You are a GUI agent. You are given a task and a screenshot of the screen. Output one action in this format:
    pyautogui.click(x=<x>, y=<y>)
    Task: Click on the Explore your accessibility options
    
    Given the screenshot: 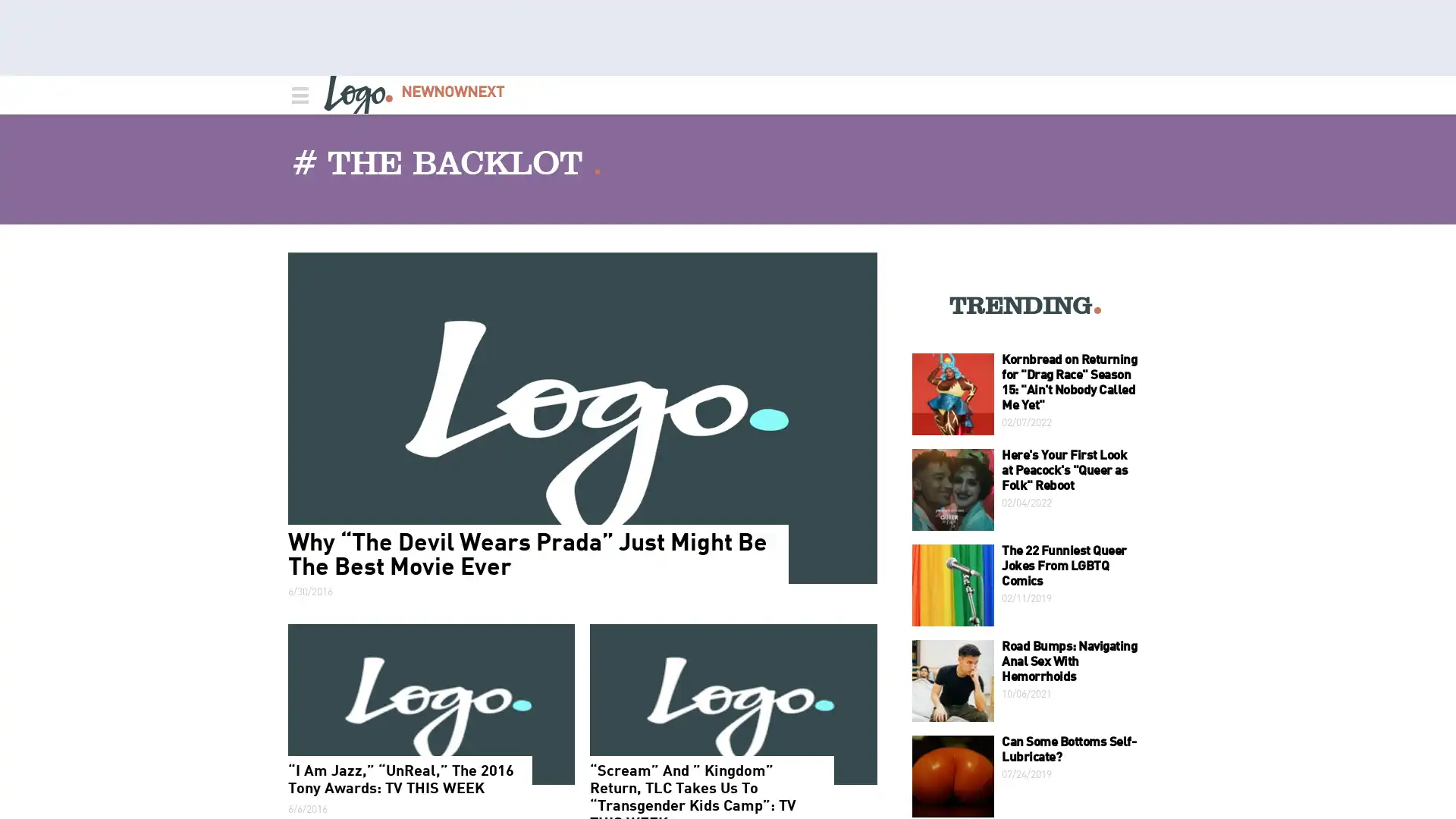 What is the action you would take?
    pyautogui.click(x=1430, y=742)
    